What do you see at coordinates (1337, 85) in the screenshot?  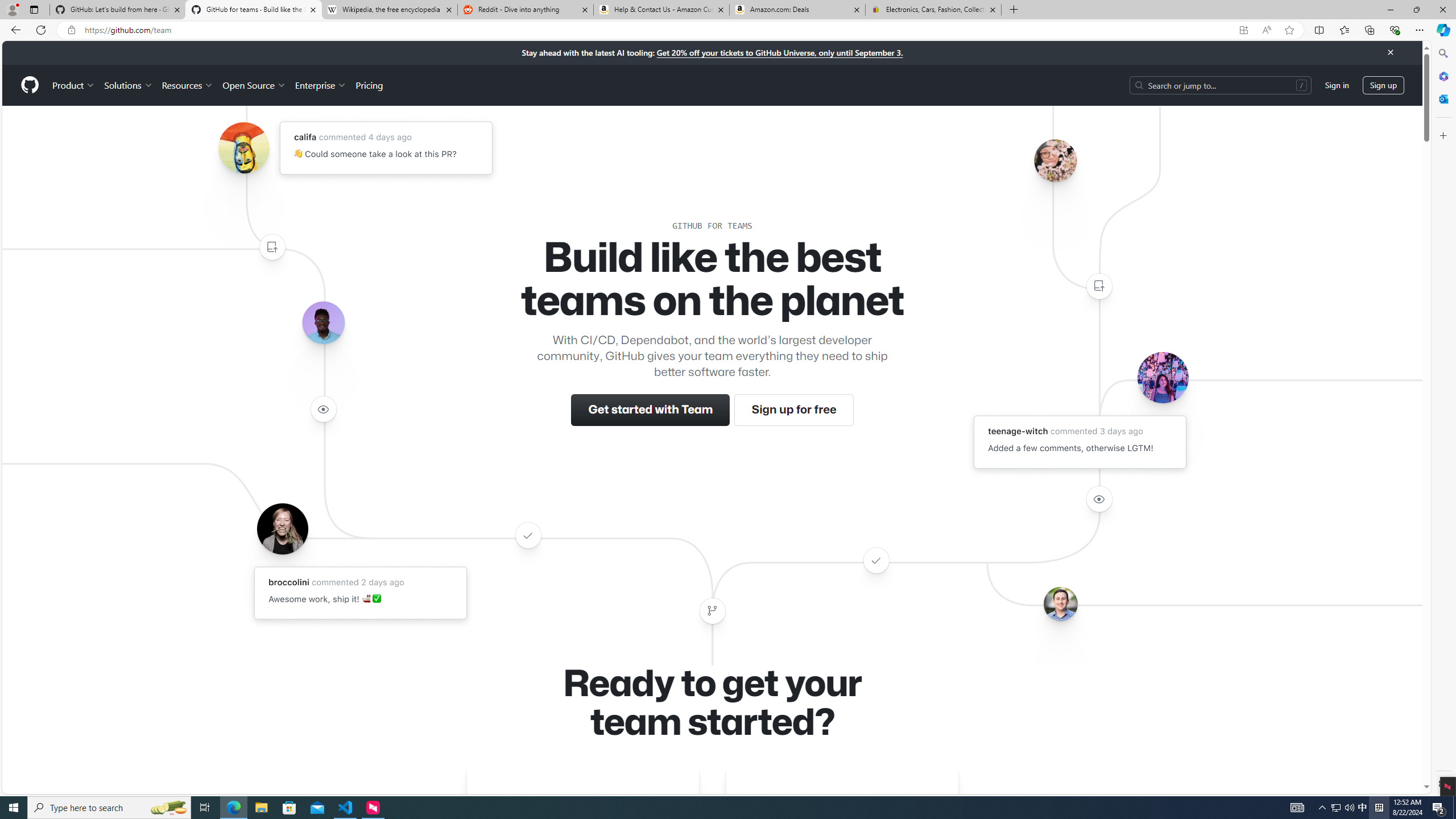 I see `'Sign in'` at bounding box center [1337, 85].